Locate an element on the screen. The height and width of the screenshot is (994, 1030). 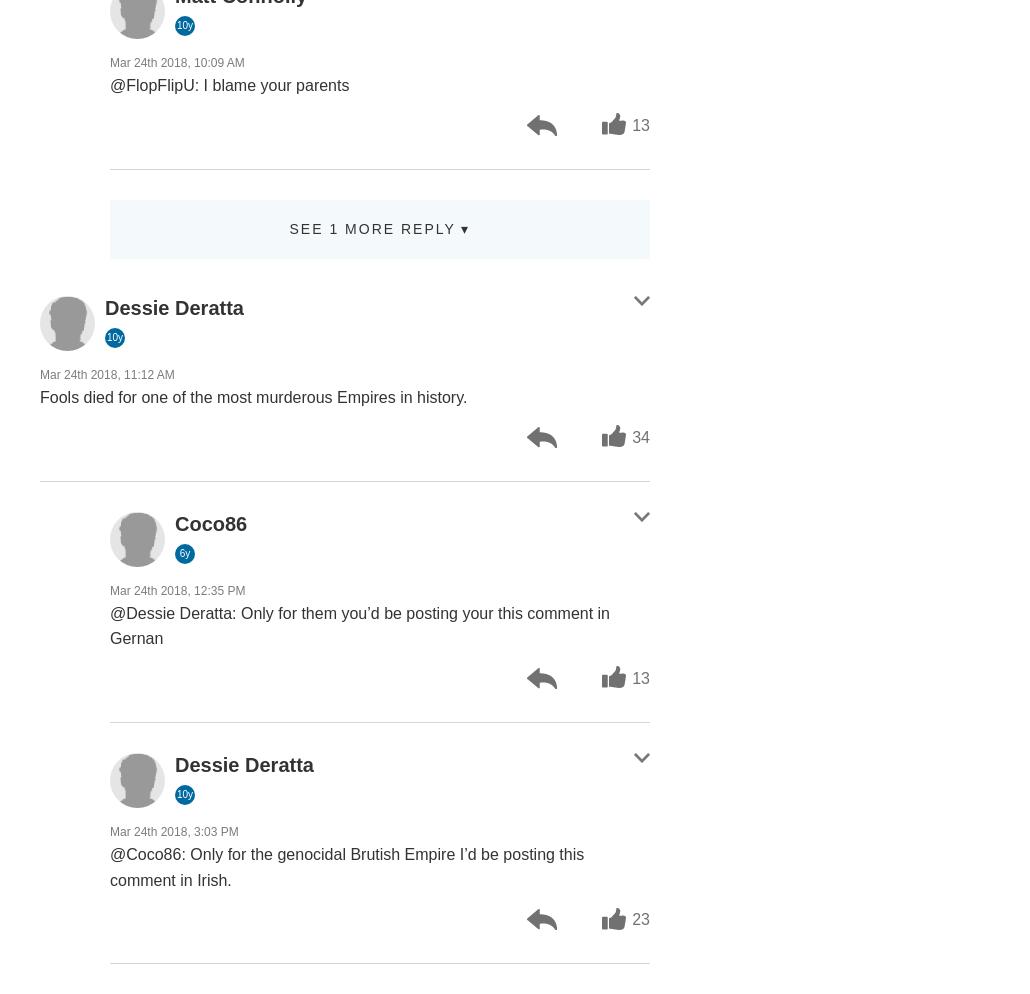
'Mar 24th 2018, 10:09 AM' is located at coordinates (176, 61).